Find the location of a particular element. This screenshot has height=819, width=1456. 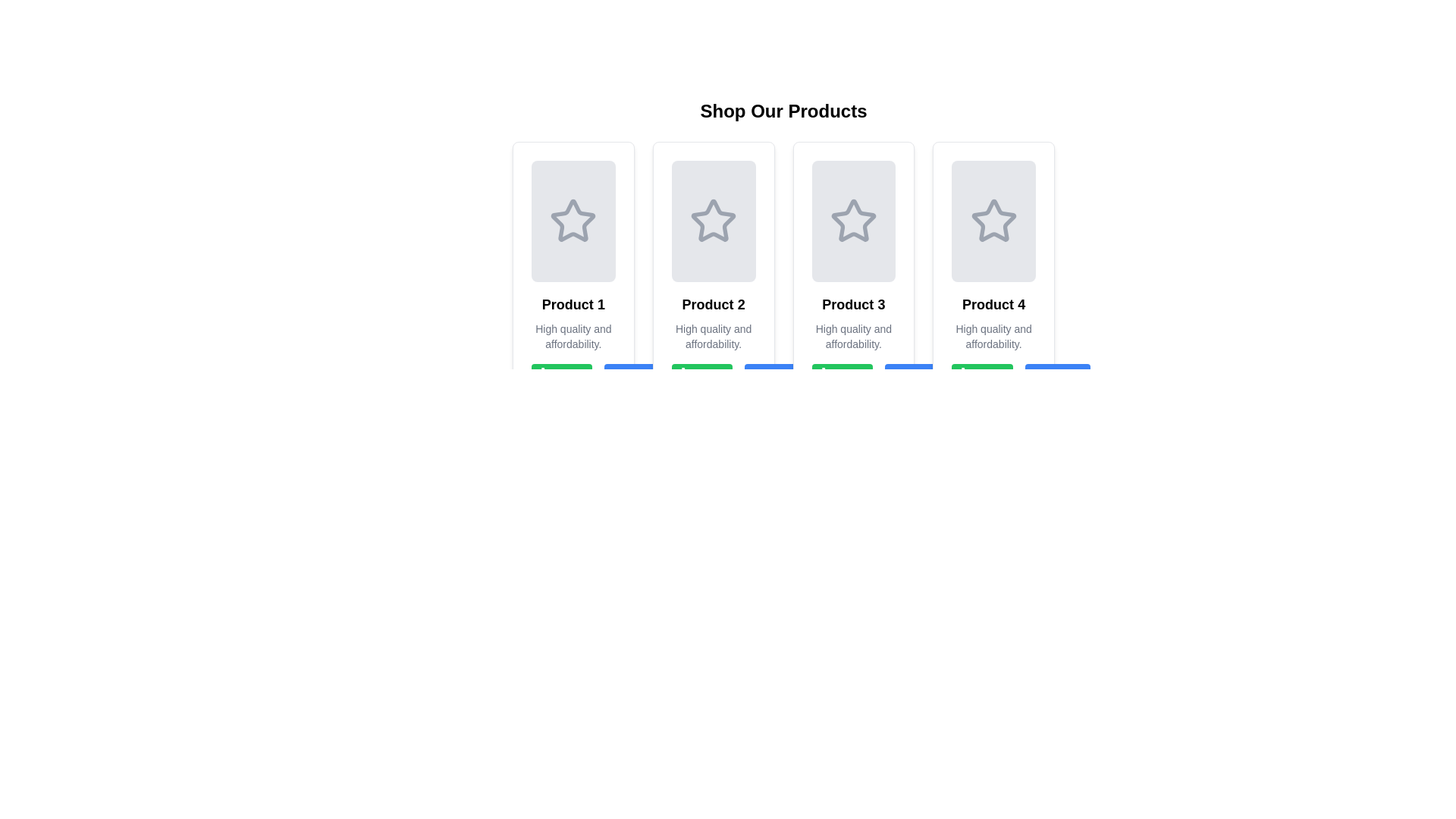

the heart icon located at the bottom of the 'Product 4' card is located at coordinates (981, 375).